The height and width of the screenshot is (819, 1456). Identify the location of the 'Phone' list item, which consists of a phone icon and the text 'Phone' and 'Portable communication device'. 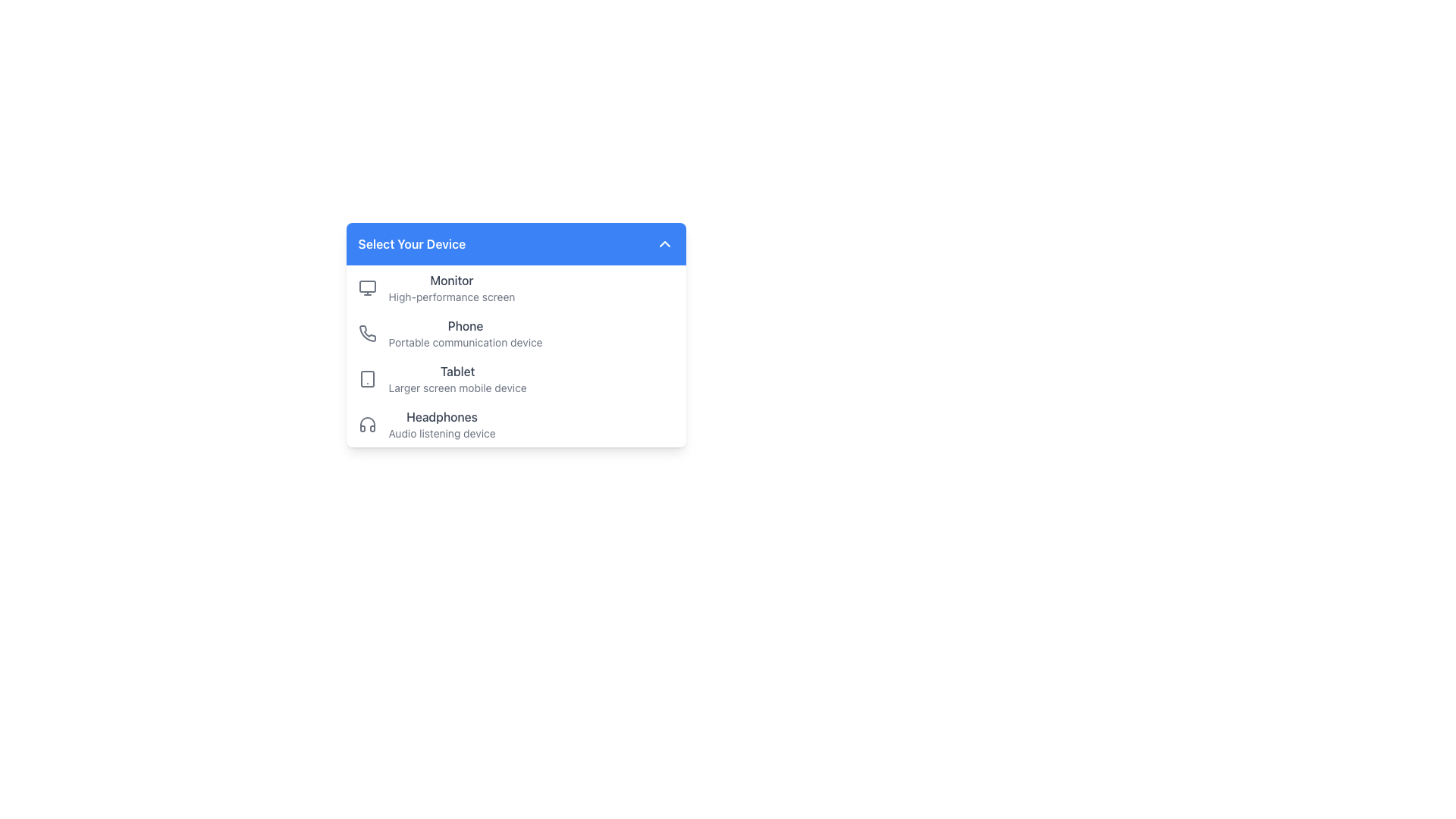
(516, 332).